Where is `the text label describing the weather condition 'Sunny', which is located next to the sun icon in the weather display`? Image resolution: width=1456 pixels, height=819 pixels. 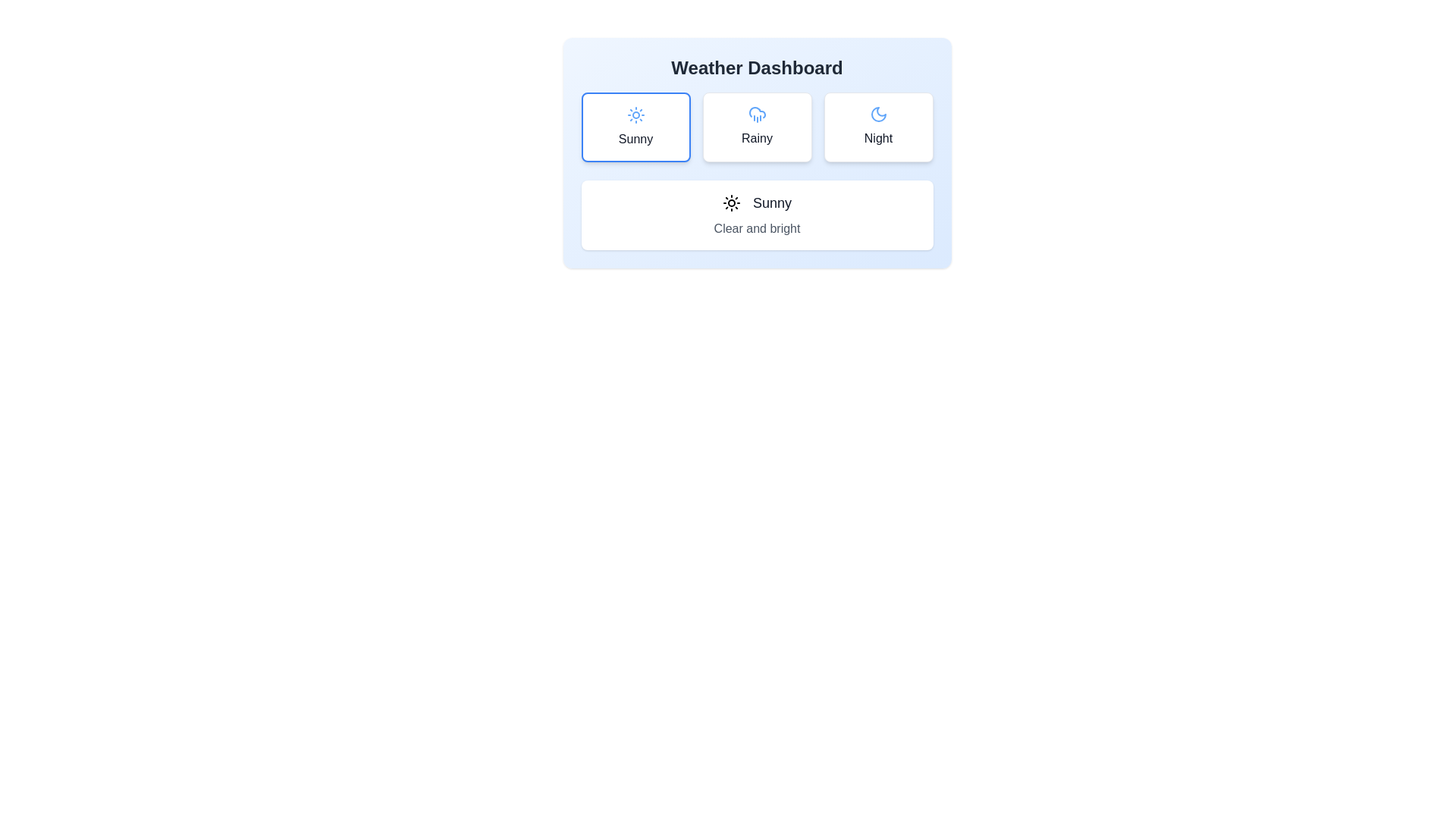
the text label describing the weather condition 'Sunny', which is located next to the sun icon in the weather display is located at coordinates (772, 202).